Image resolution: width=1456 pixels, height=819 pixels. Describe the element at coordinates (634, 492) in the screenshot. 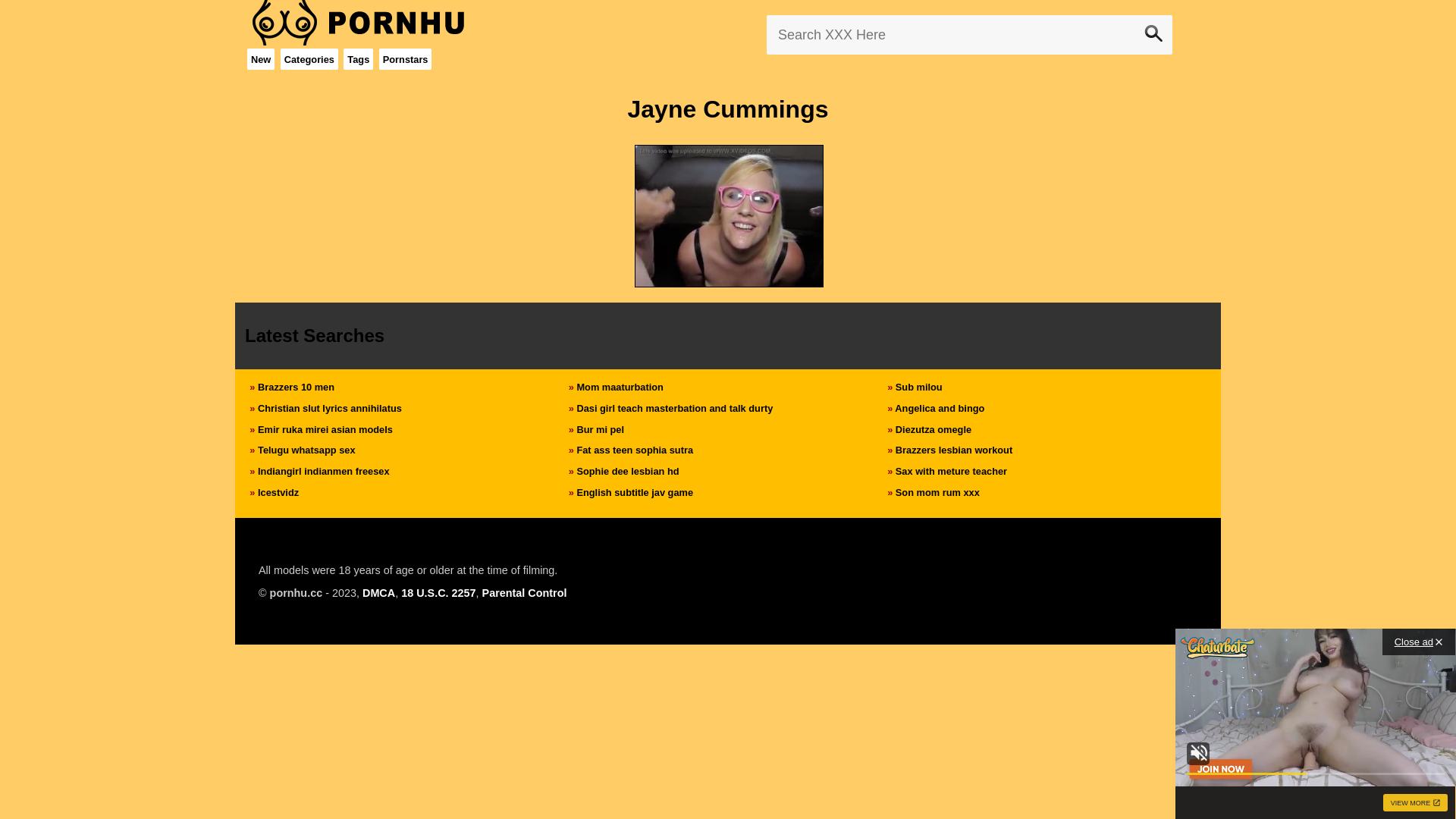

I see `'English subtitle jav game'` at that location.